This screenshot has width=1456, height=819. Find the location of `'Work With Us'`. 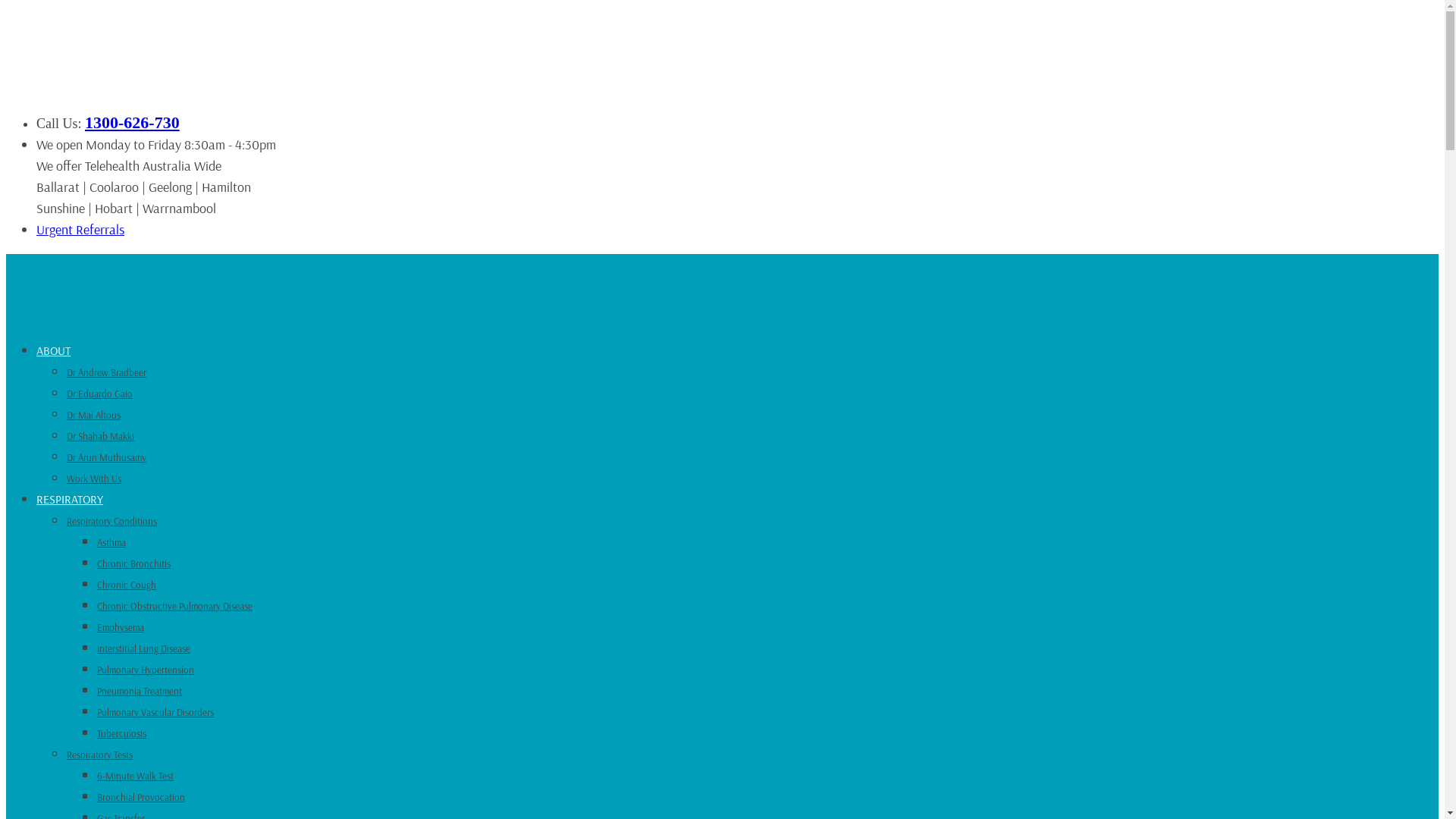

'Work With Us' is located at coordinates (93, 479).